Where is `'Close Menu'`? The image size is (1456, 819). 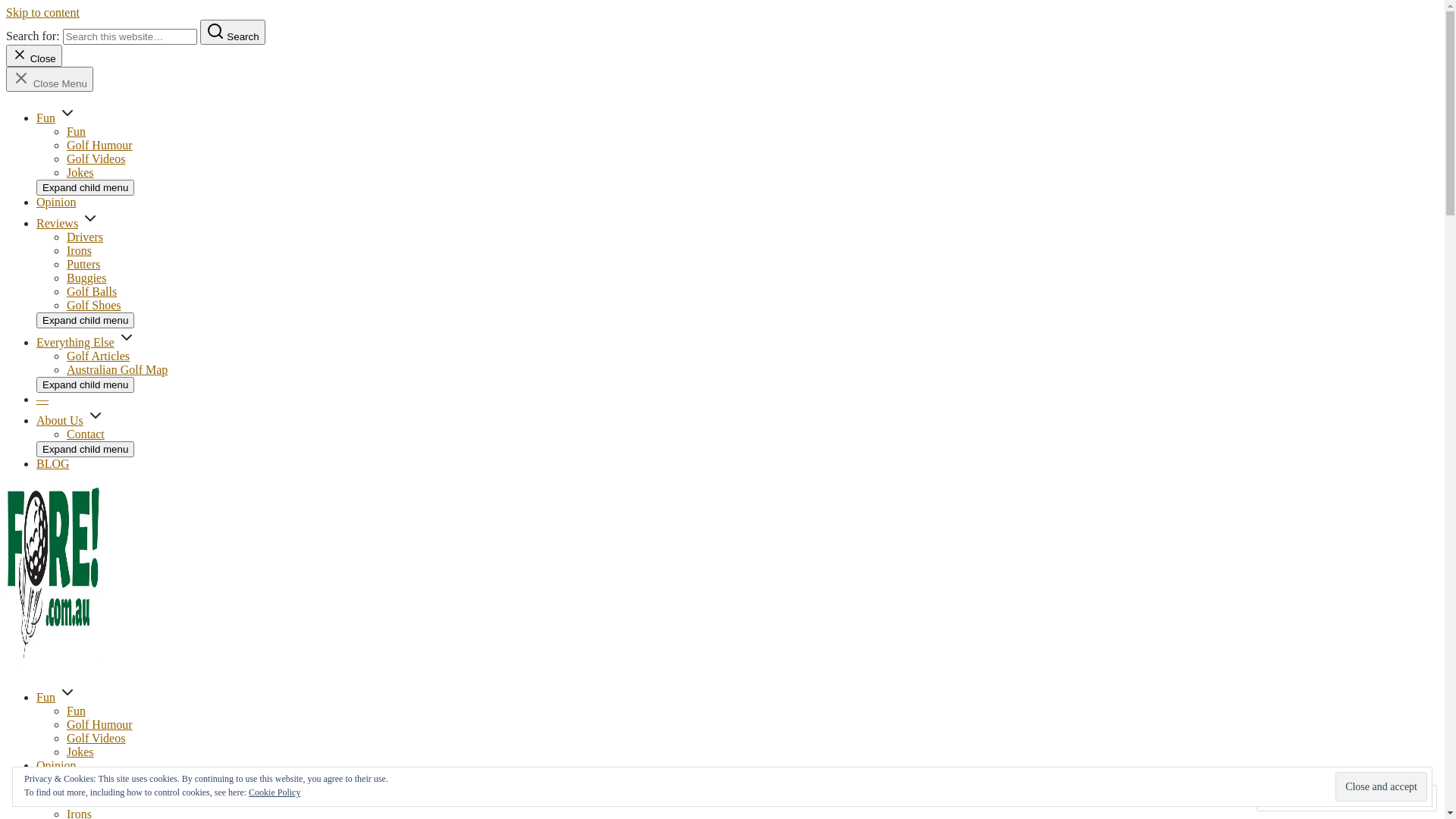
'Close Menu' is located at coordinates (49, 79).